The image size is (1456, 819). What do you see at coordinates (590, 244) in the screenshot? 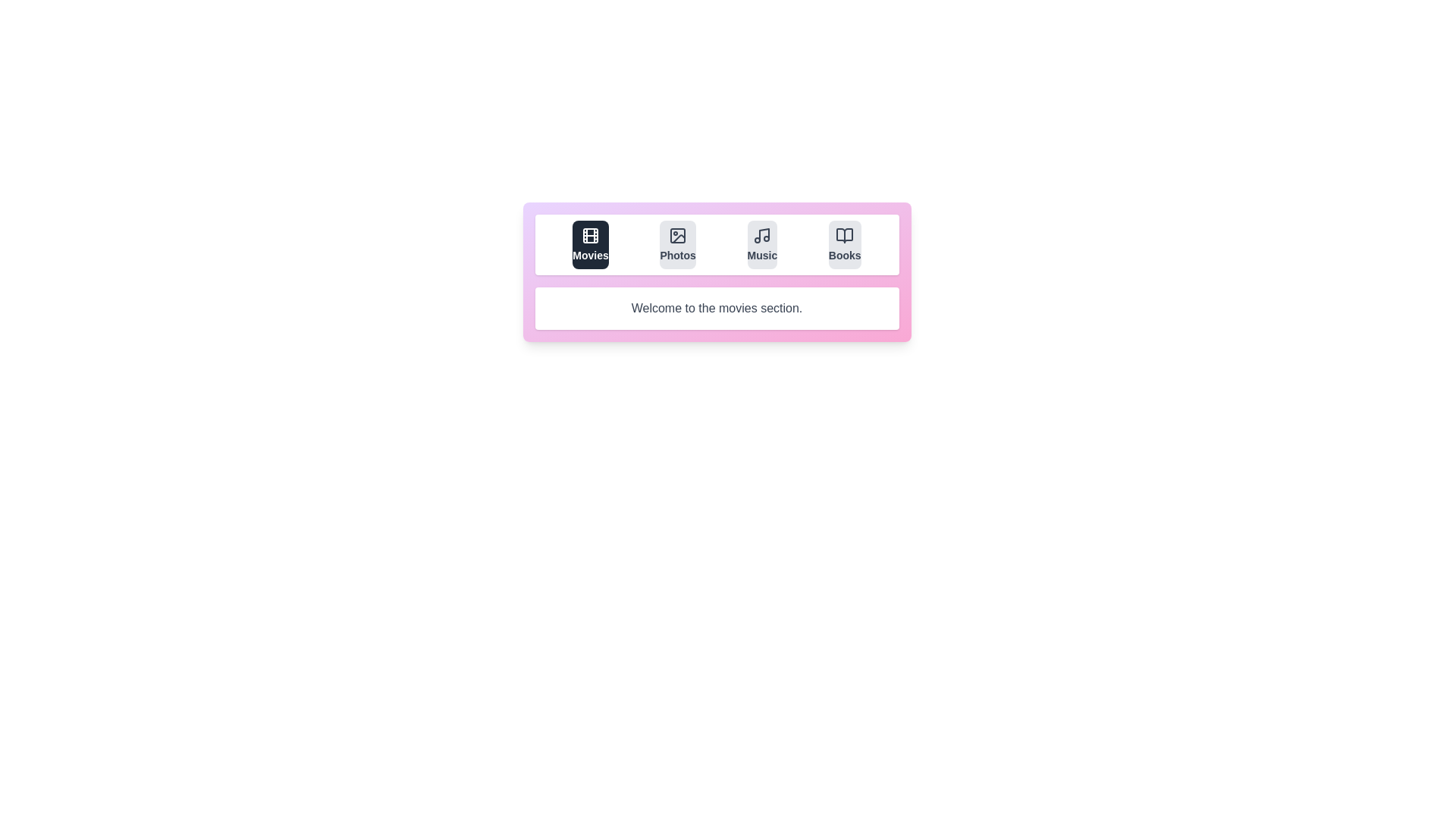
I see `the tab labeled Movies` at bounding box center [590, 244].